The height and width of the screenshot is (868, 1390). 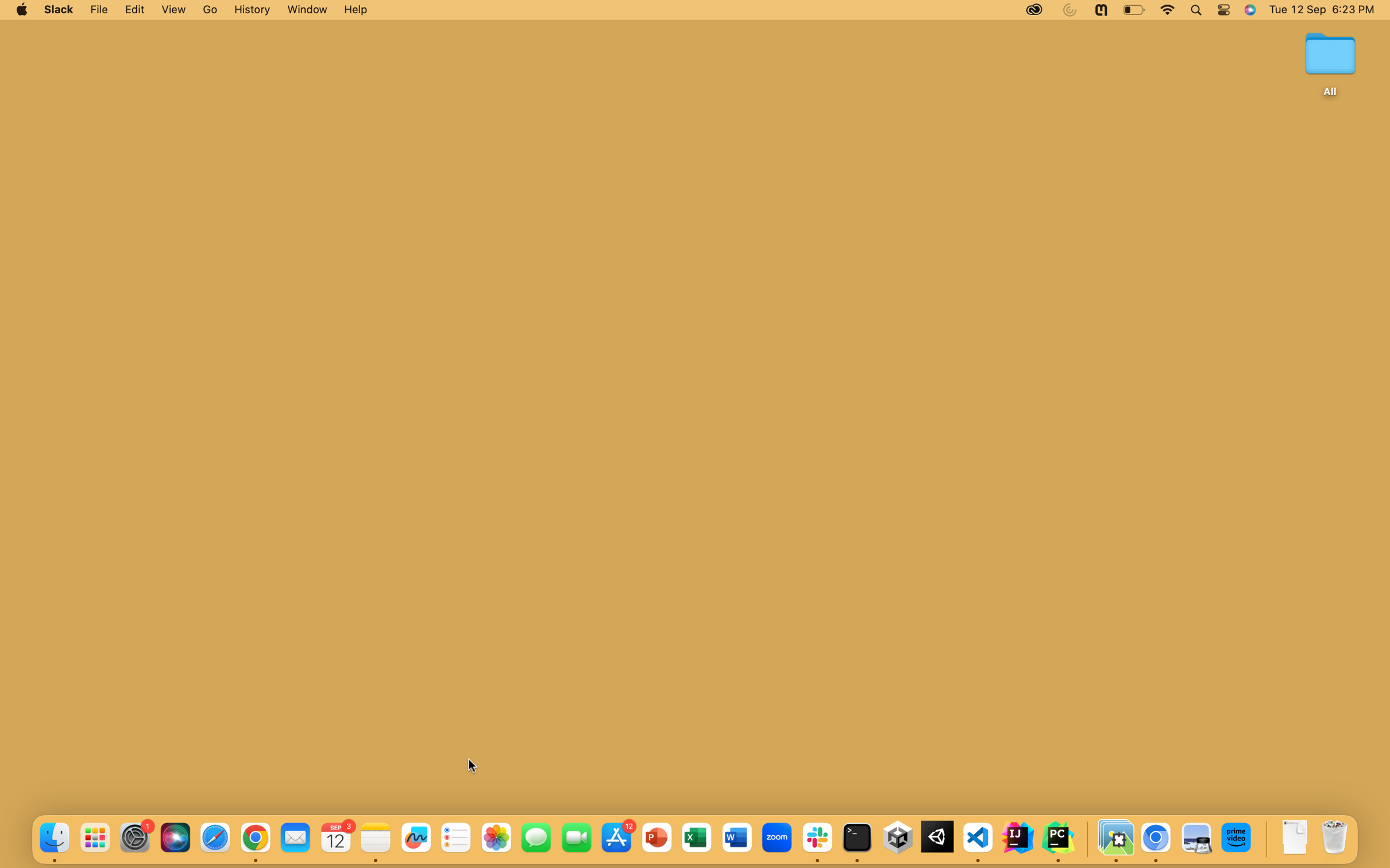 I want to click on Start the Finder App, so click(x=53, y=839).